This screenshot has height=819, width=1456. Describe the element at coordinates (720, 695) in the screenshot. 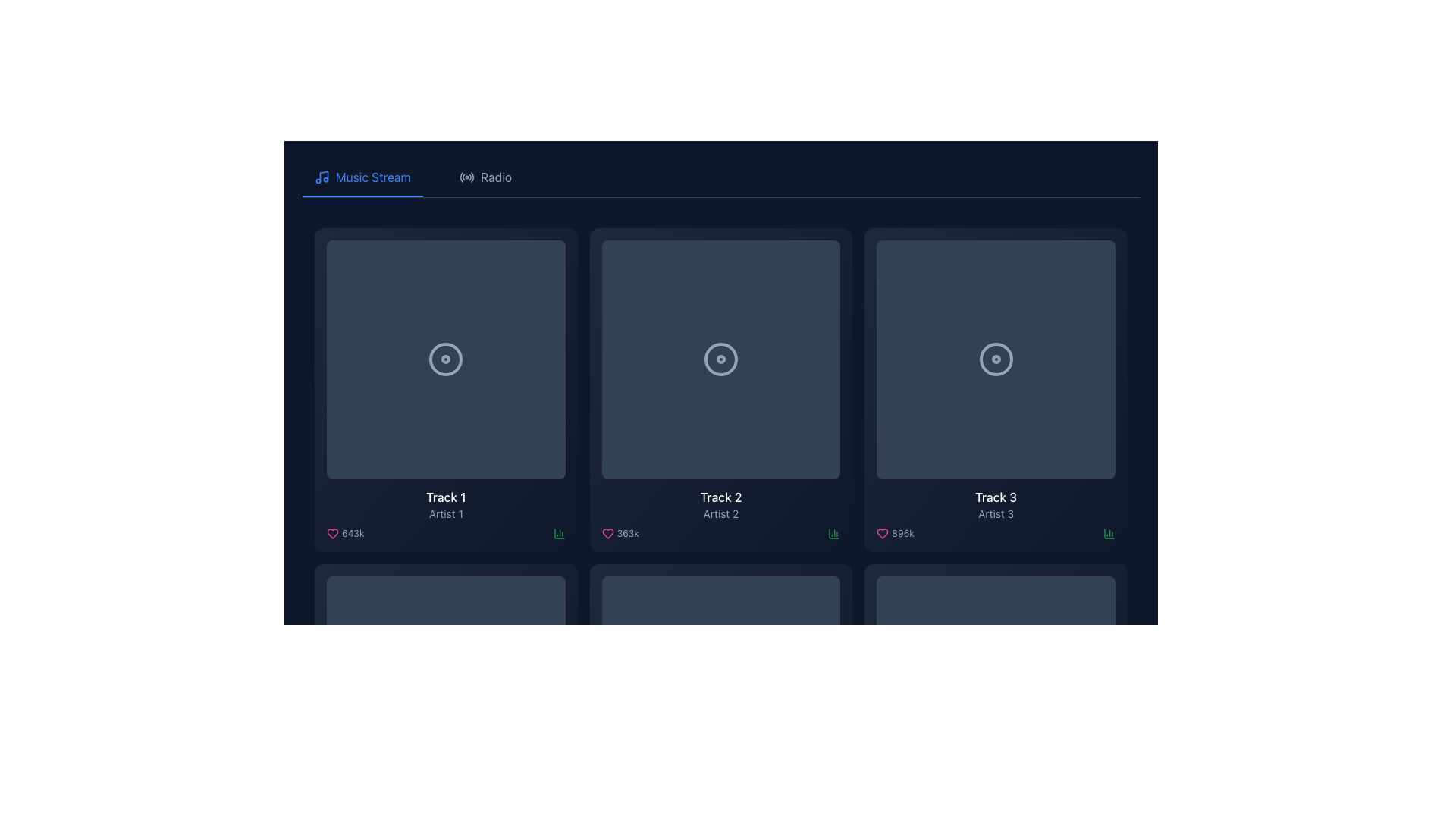

I see `the outer circular SVG shape located` at that location.